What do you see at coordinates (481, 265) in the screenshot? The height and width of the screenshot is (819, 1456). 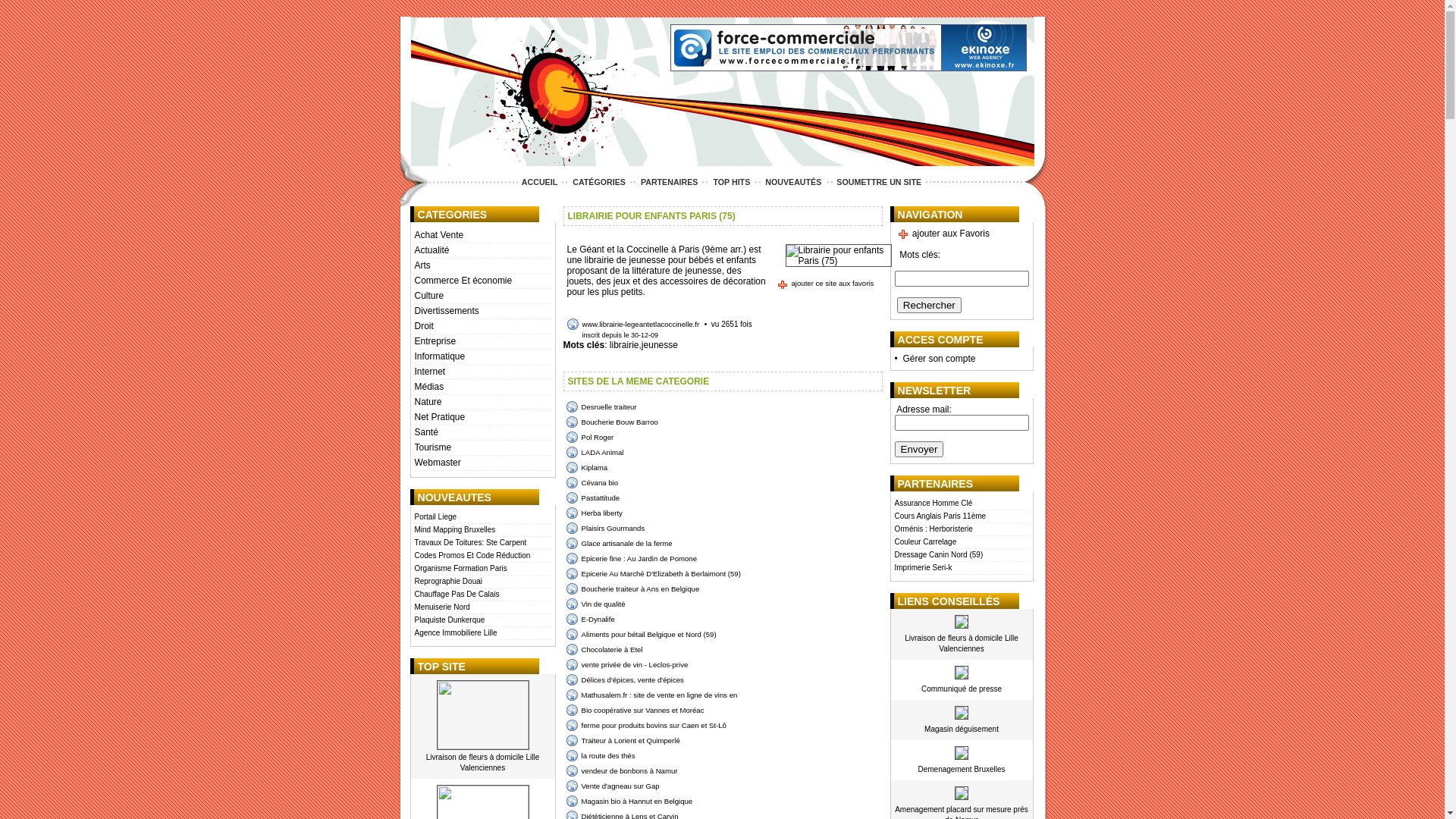 I see `'Arts'` at bounding box center [481, 265].